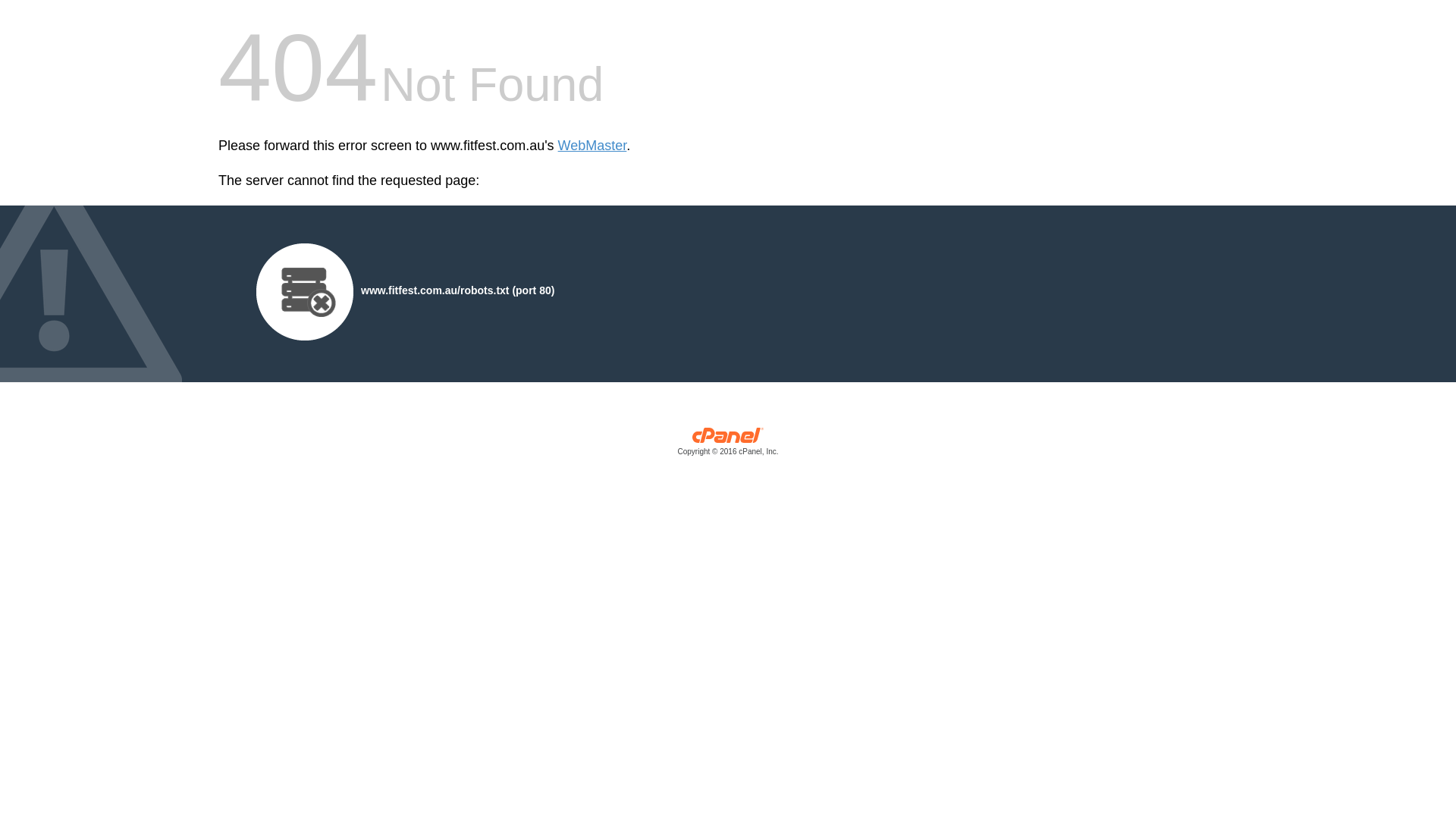 The height and width of the screenshot is (819, 1456). Describe the element at coordinates (557, 146) in the screenshot. I see `'WebMaster'` at that location.